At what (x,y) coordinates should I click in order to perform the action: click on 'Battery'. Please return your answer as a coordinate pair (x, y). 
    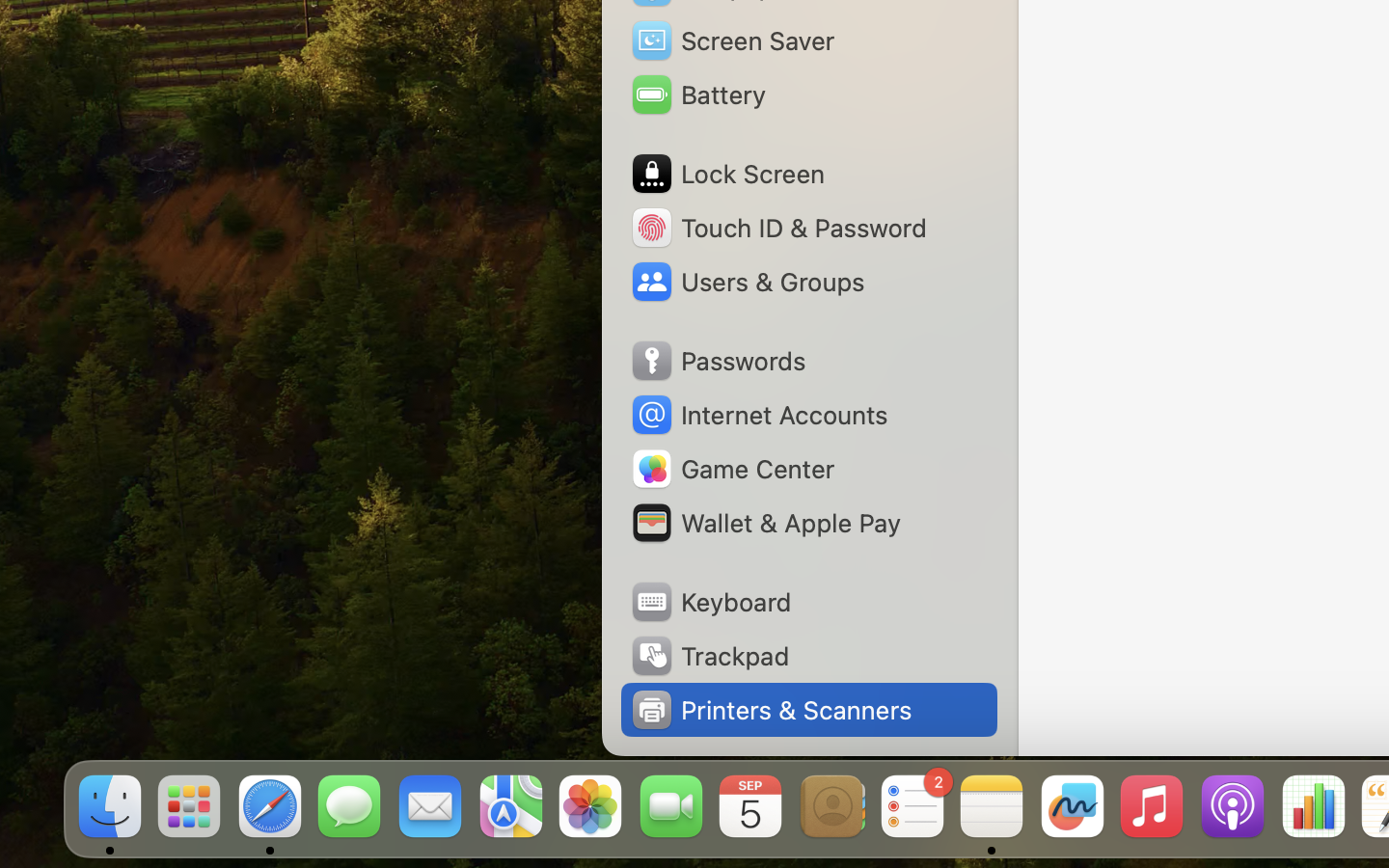
    Looking at the image, I should click on (696, 94).